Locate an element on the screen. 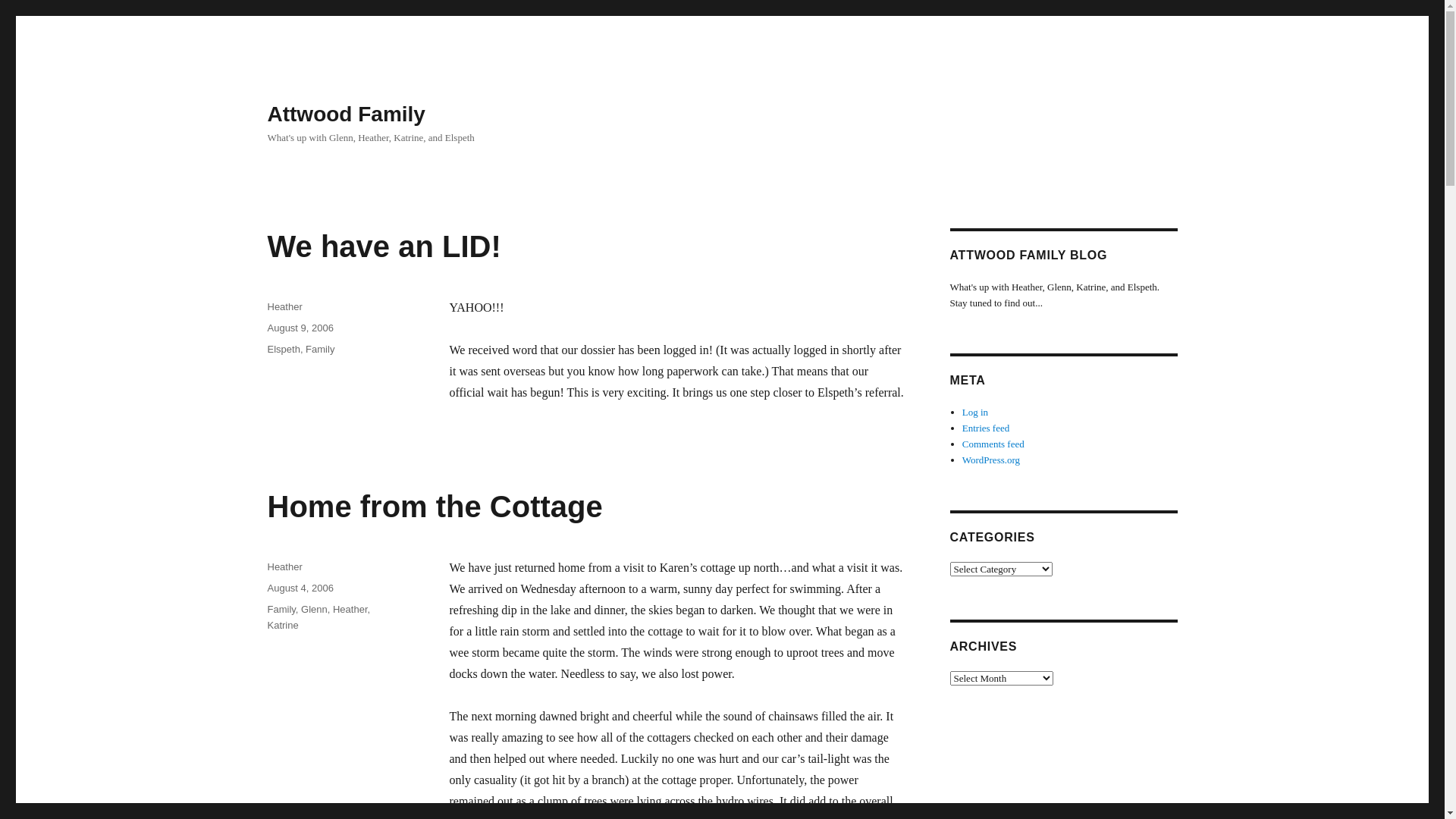  'Heather' is located at coordinates (331, 608).